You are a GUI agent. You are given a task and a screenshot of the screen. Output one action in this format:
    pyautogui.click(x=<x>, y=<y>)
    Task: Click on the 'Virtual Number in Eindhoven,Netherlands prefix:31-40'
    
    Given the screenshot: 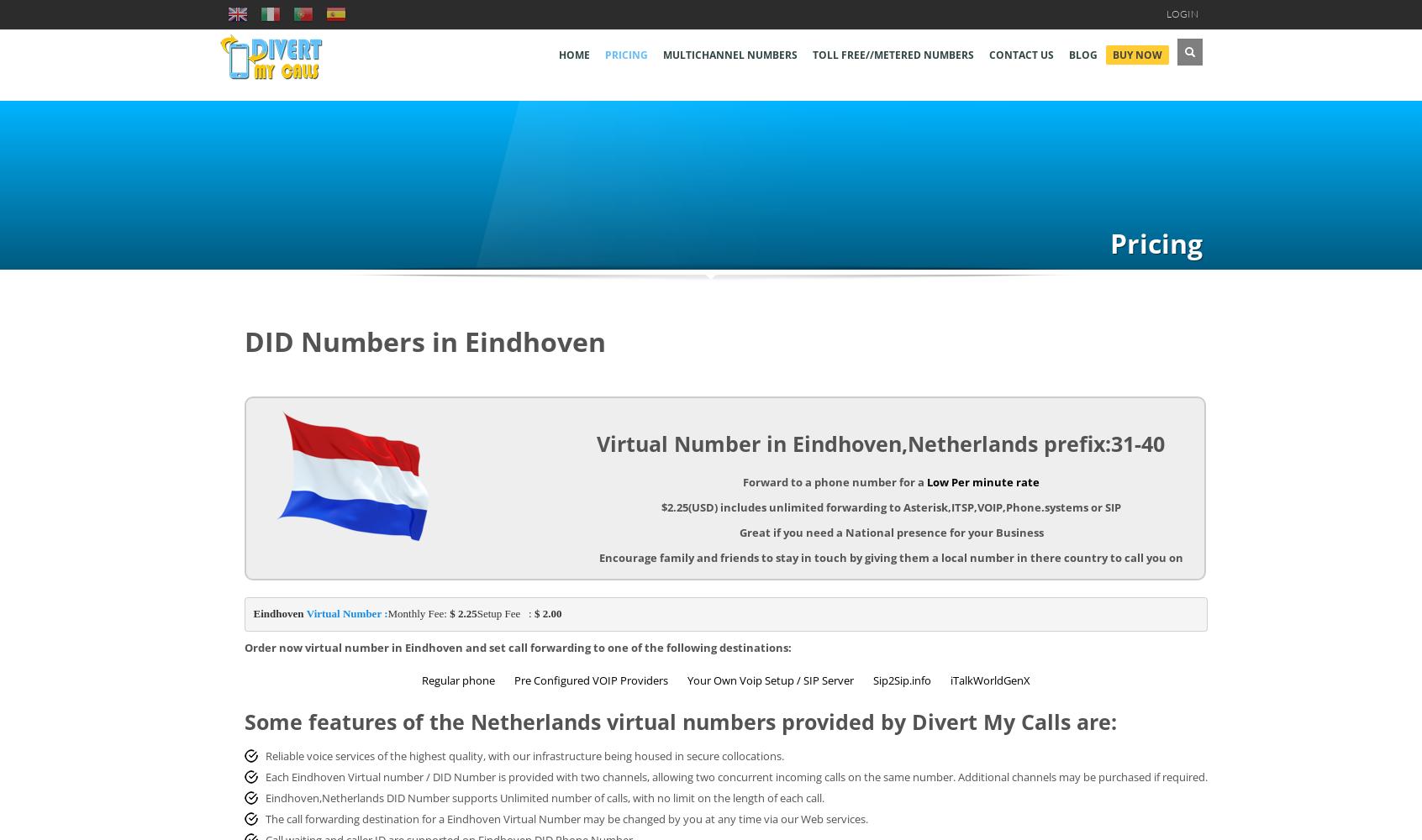 What is the action you would take?
    pyautogui.click(x=880, y=443)
    